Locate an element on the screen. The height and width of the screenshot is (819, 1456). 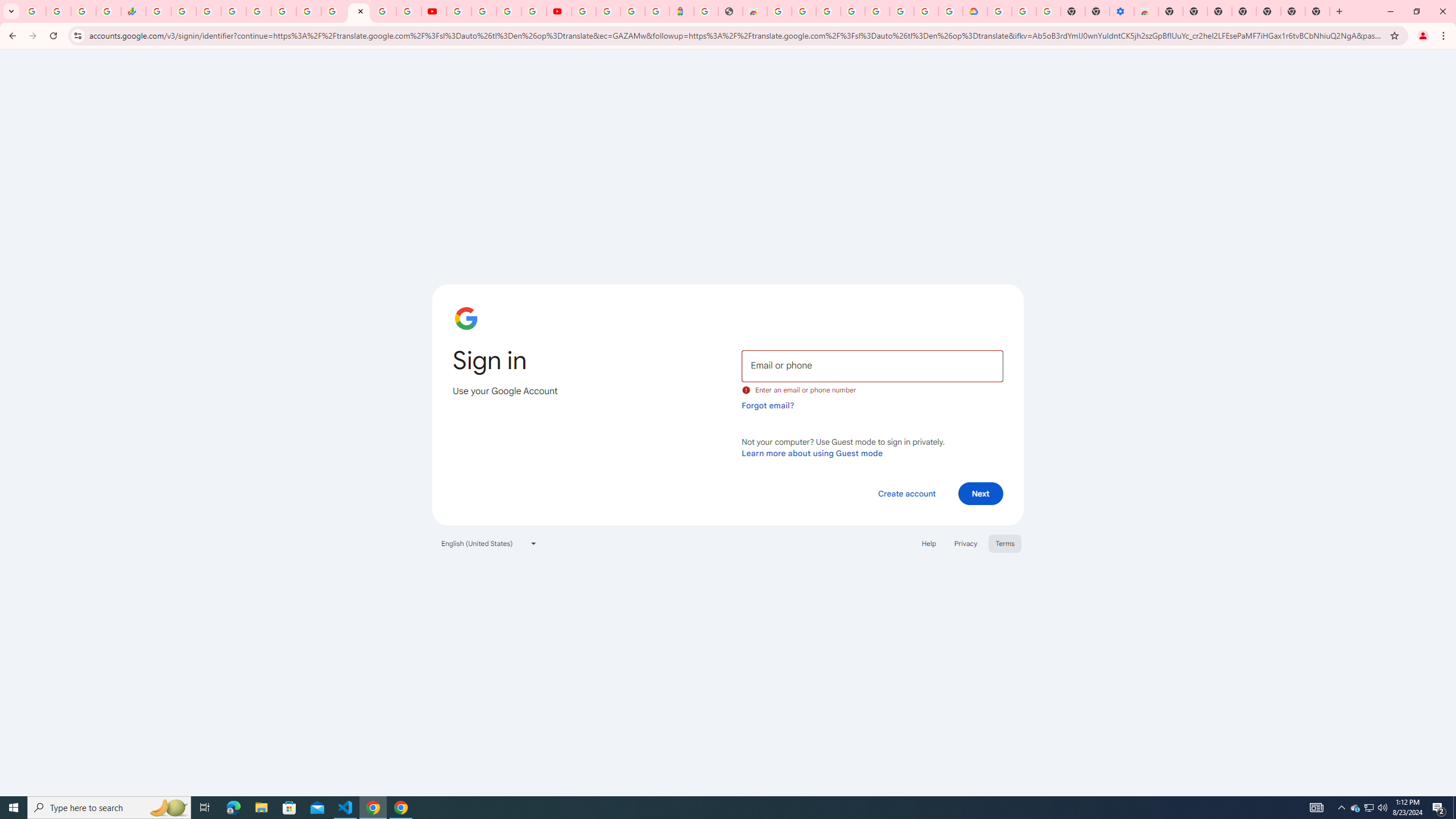
'Turn cookies on or off - Computer - Google Account Help' is located at coordinates (1048, 11).